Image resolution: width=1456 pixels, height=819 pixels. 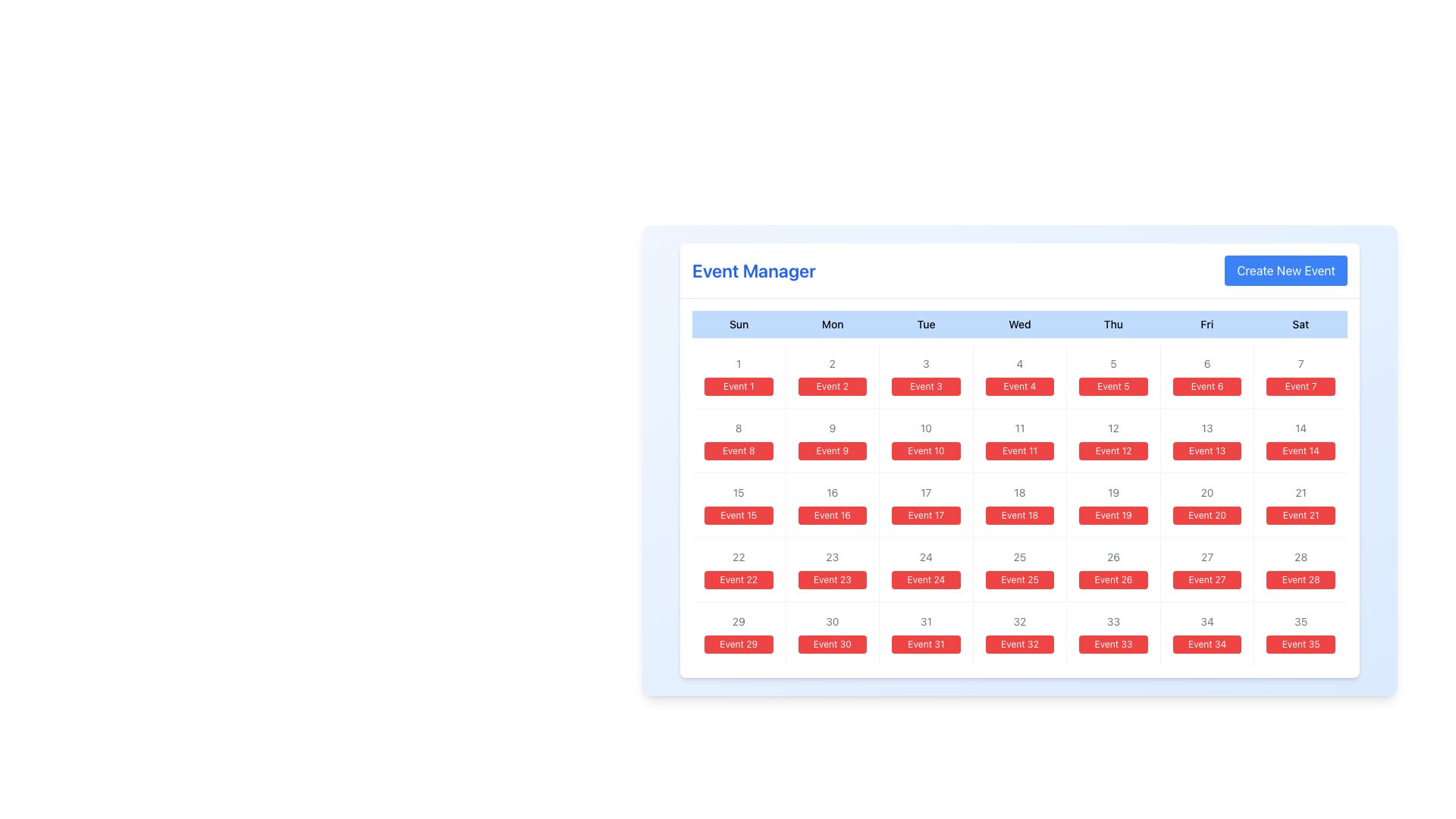 What do you see at coordinates (1019, 505) in the screenshot?
I see `the clickable card displaying details for 'Event 18' located in the fourth column of the third row under the 'Wed' day label` at bounding box center [1019, 505].